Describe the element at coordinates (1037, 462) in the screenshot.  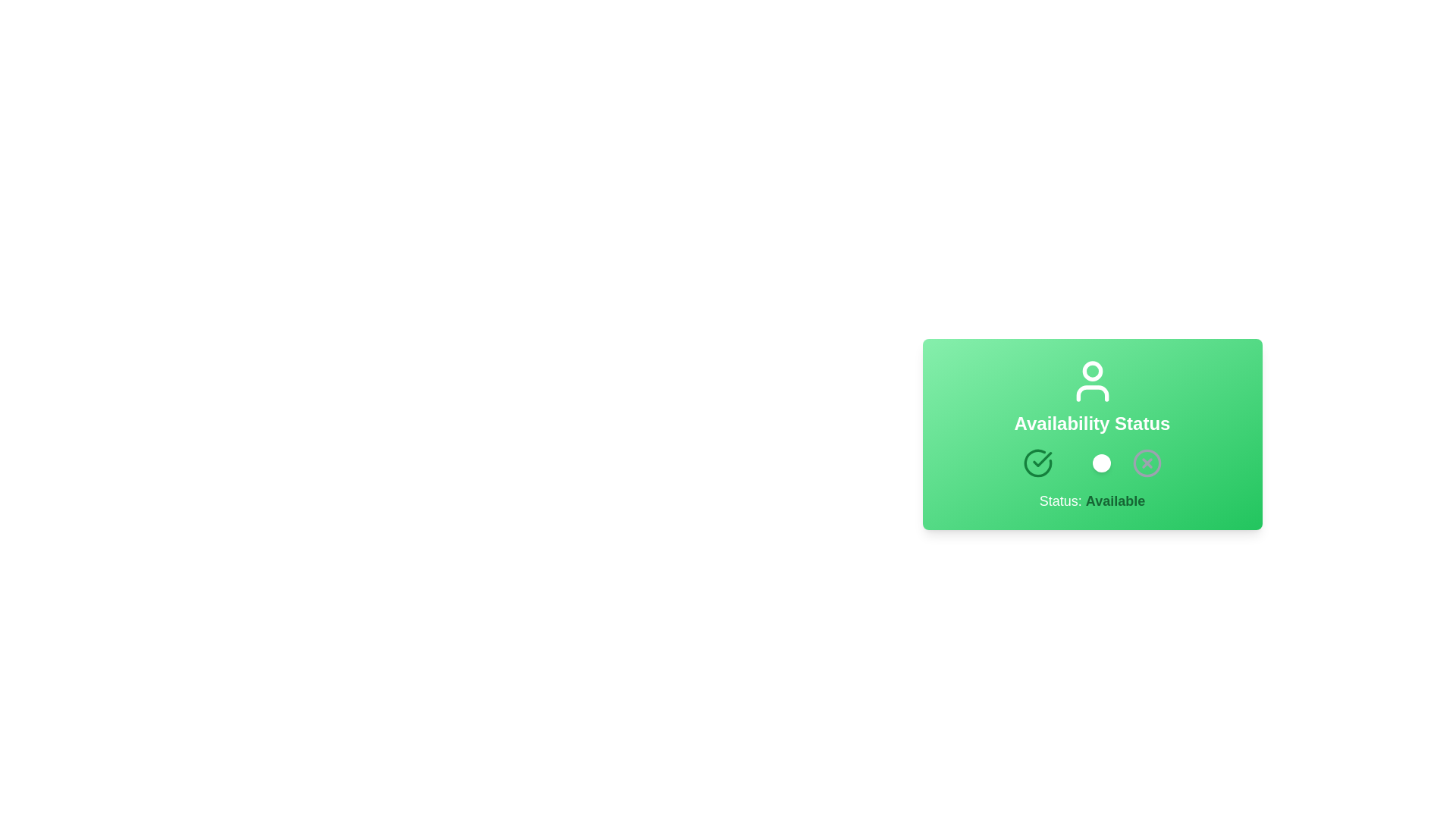
I see `the leftmost icon in a horizontal arrangement of three symbols, which indicates a positive or available status` at that location.